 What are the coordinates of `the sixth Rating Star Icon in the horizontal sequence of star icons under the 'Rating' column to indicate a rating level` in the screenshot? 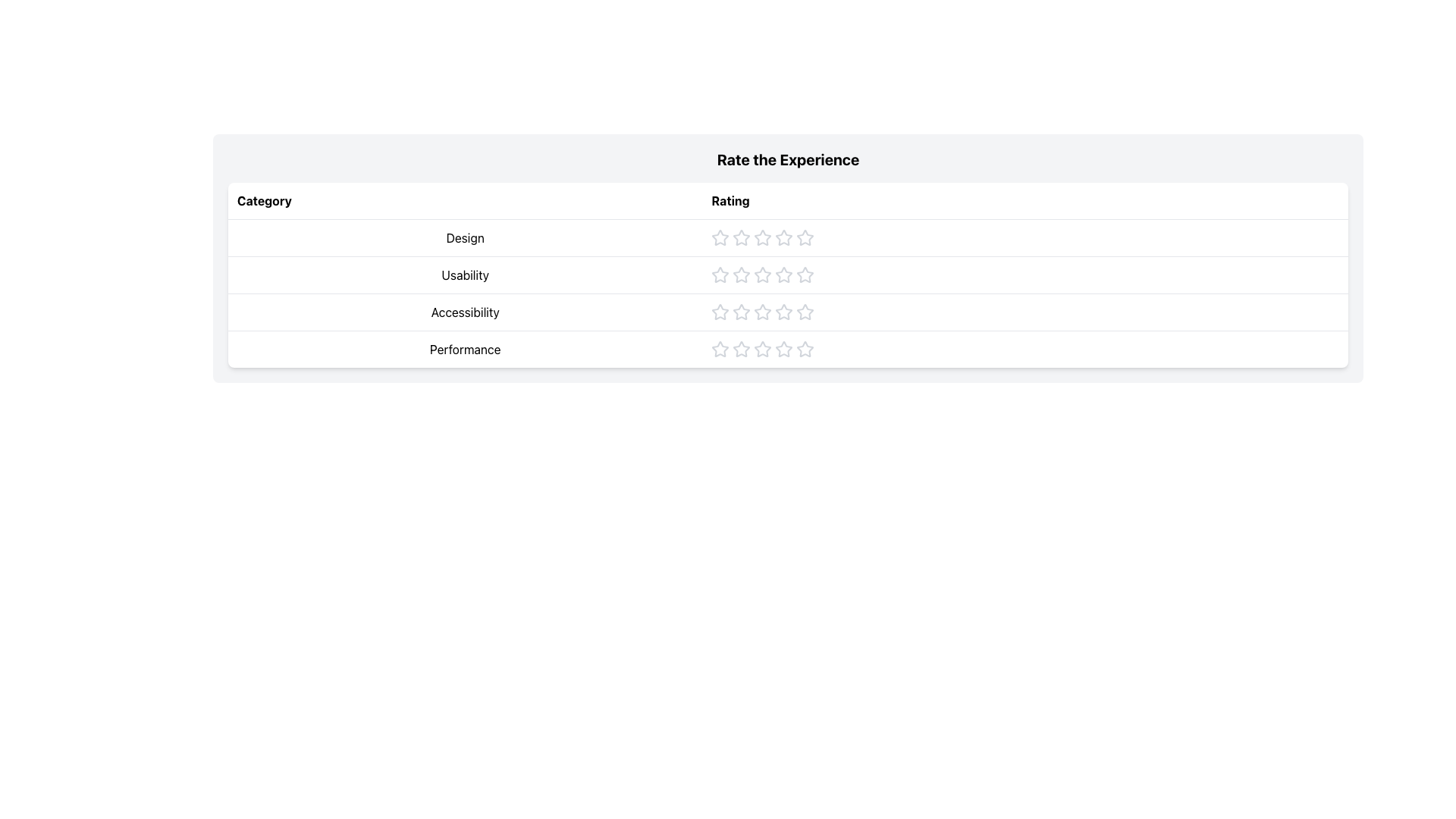 It's located at (783, 312).